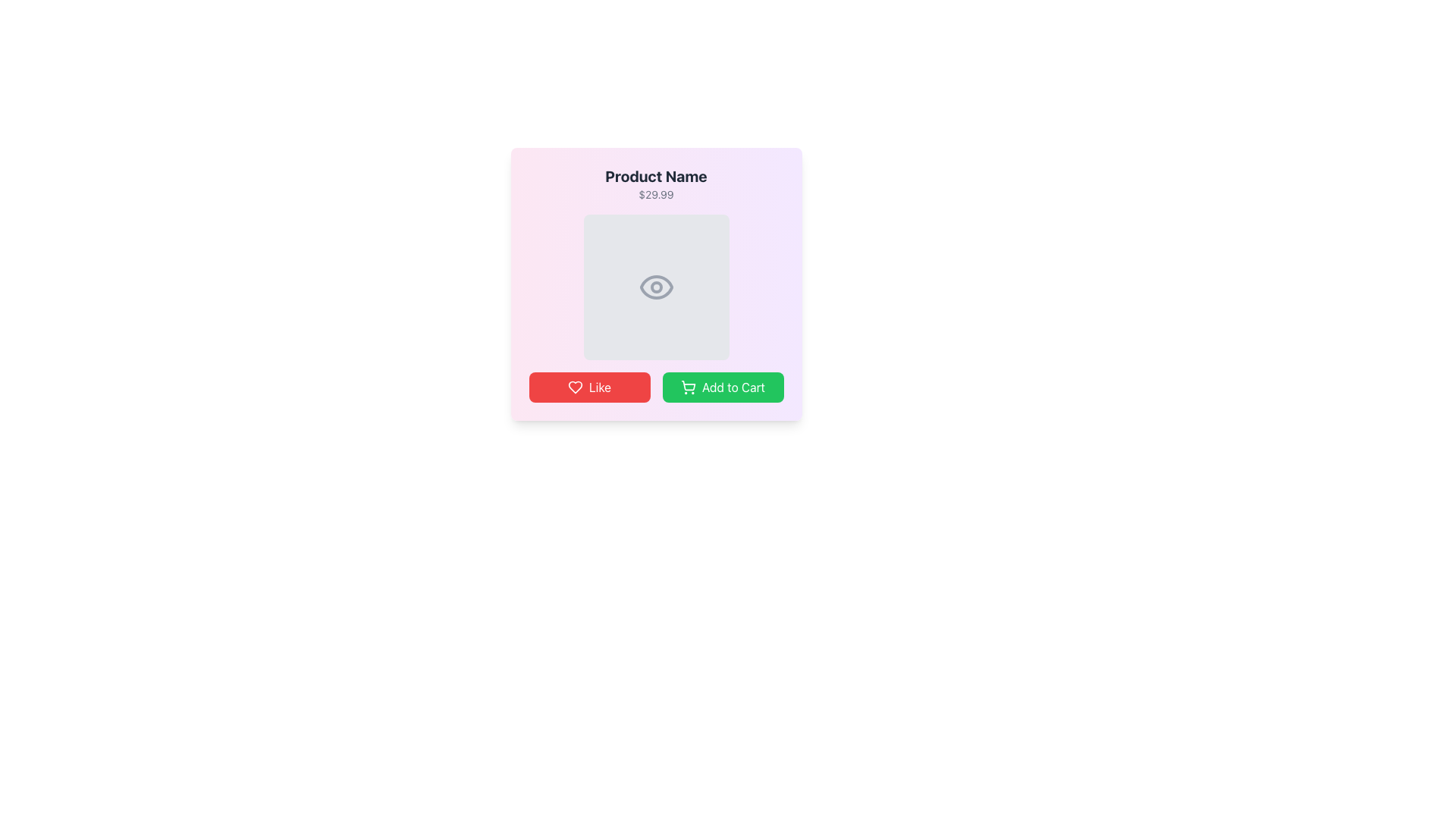  I want to click on the 'Add to Cart' button, which is the second button in the horizontal arrangement located centrally at the bottom of the product details card, to potentially see a tooltip, so click(722, 386).